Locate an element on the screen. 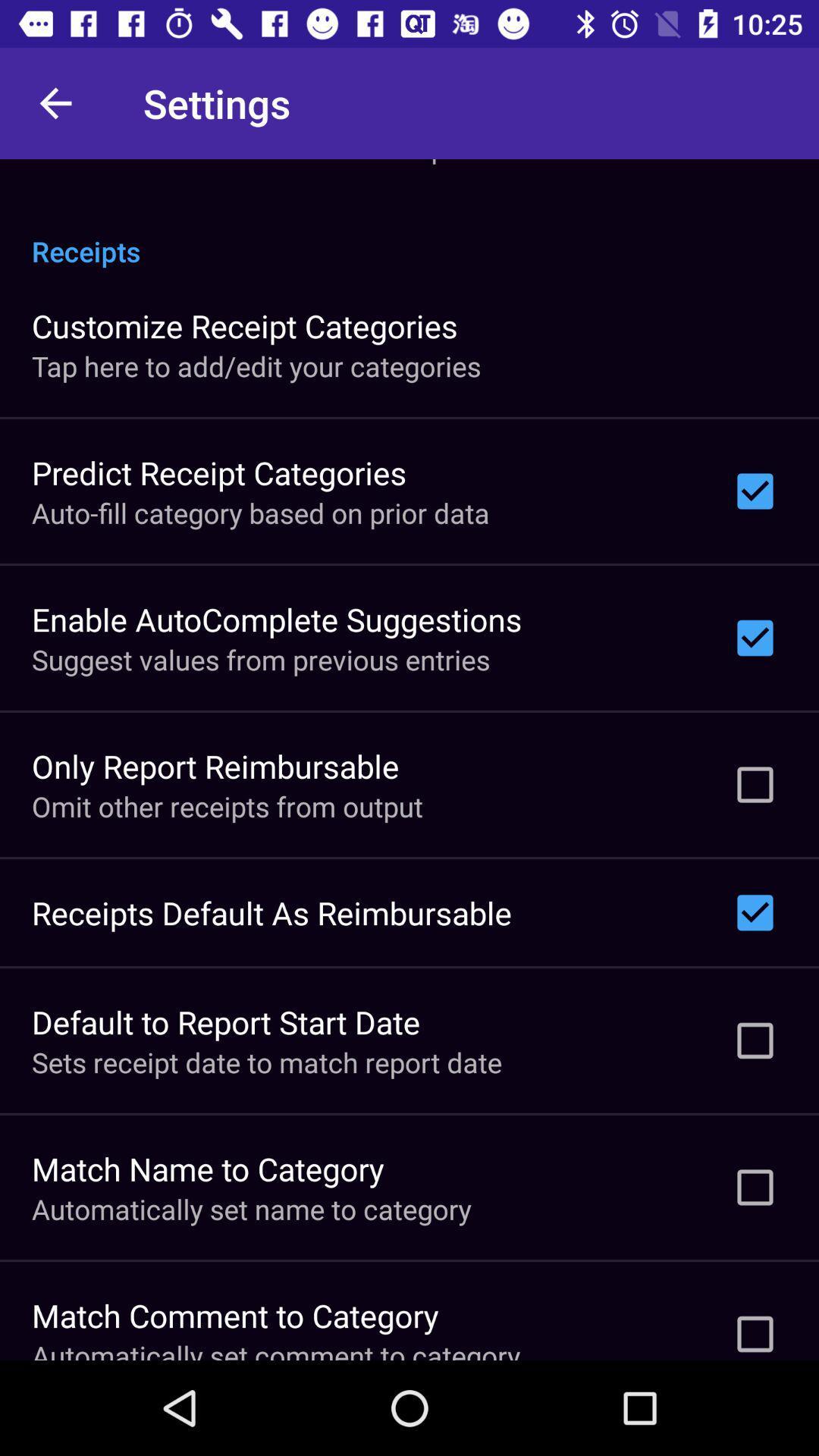 This screenshot has height=1456, width=819. the icon below the default to report item is located at coordinates (266, 1062).